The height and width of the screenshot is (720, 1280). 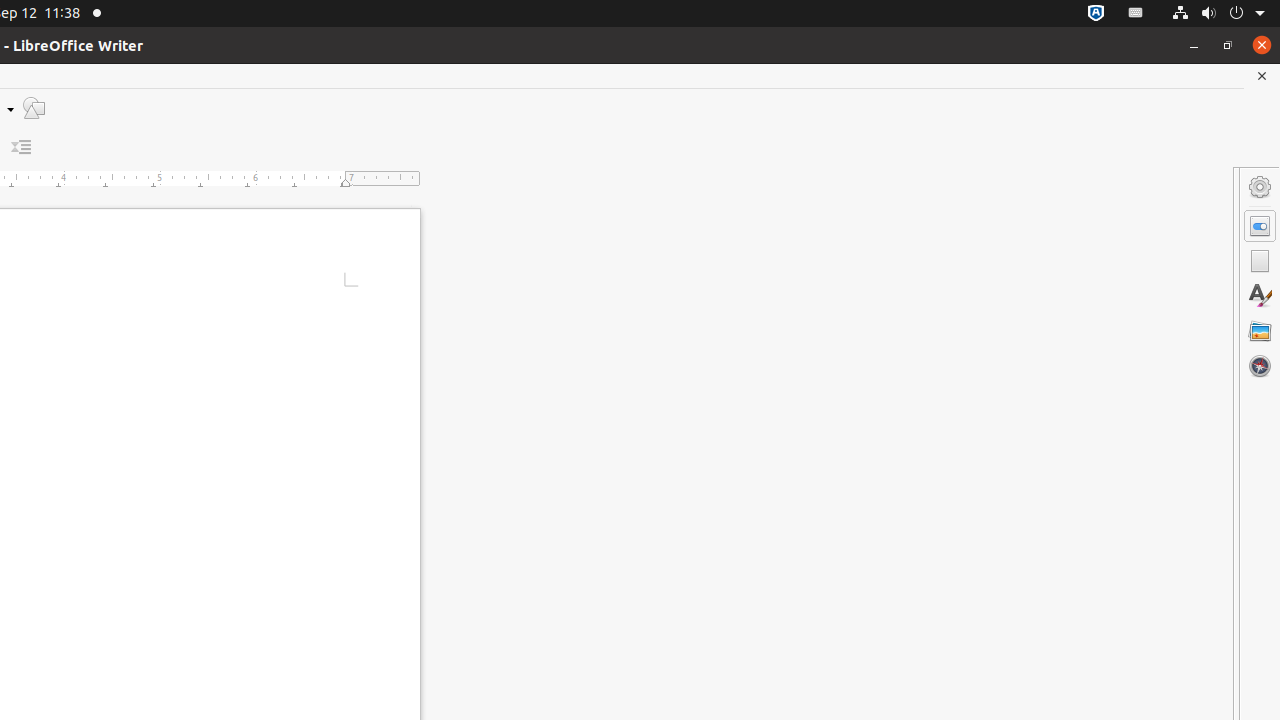 I want to click on 'Properties', so click(x=1259, y=225).